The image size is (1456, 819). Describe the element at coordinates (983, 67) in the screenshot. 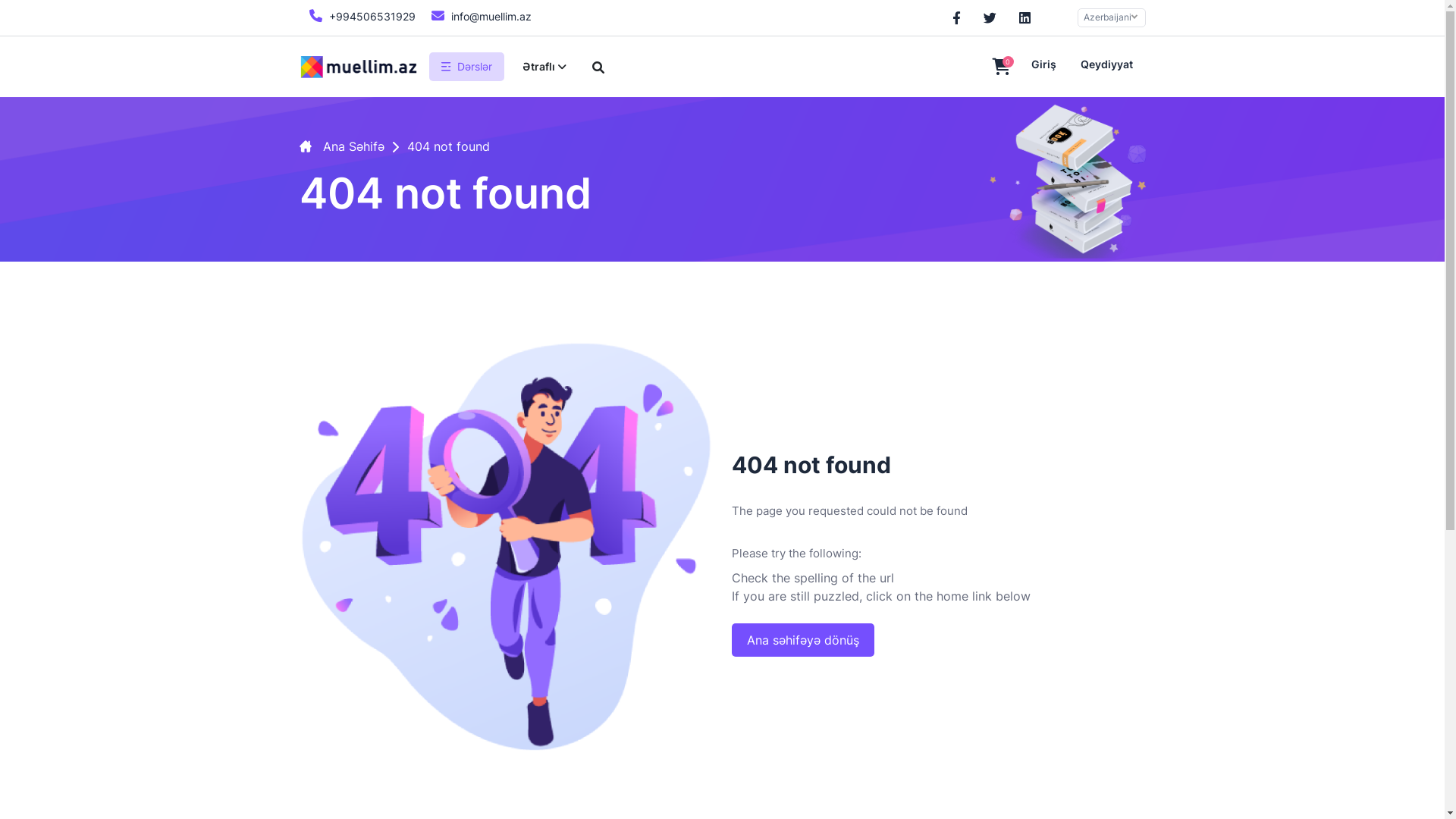

I see `'0'` at that location.